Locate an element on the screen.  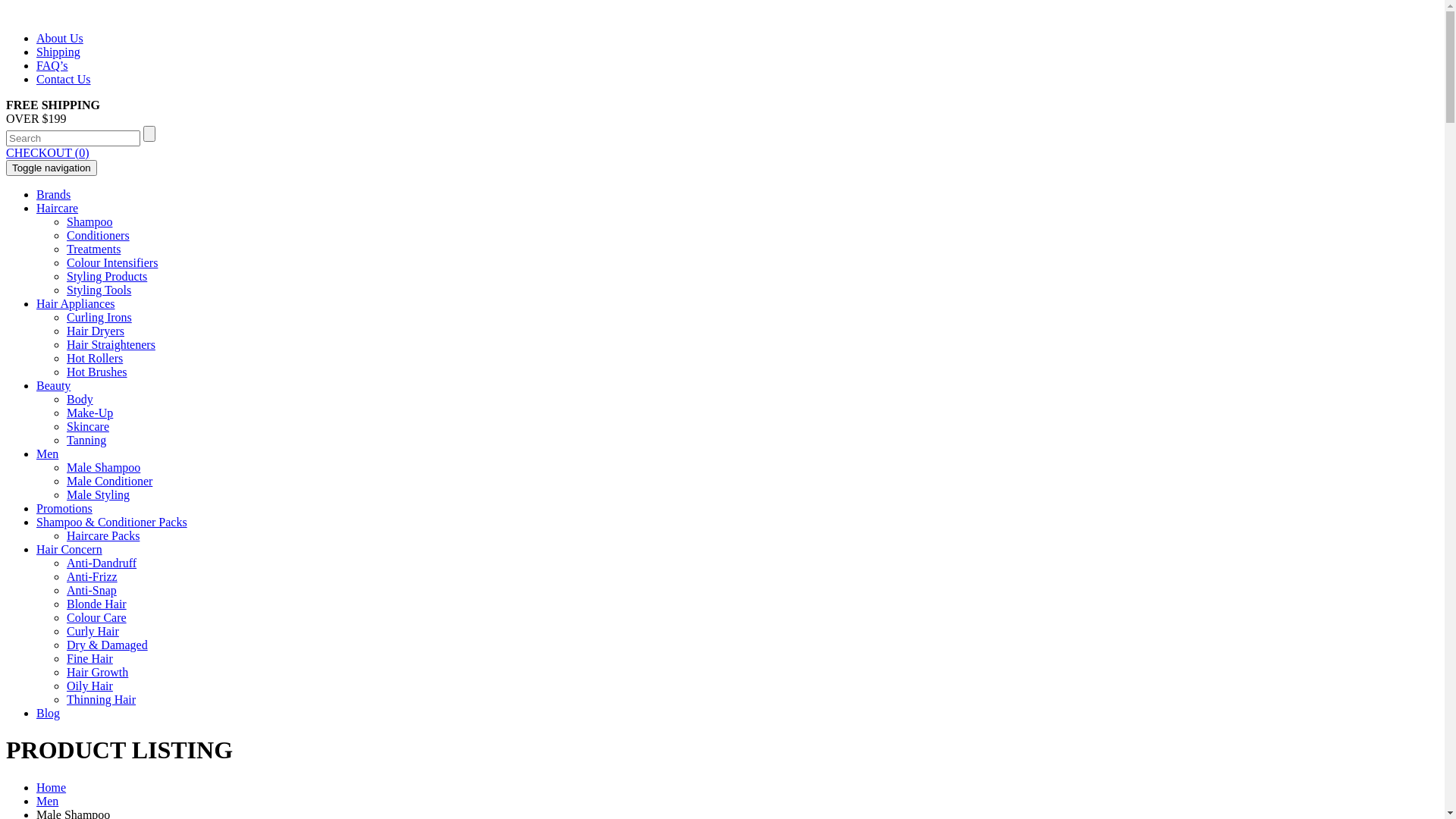
'Shipping' is located at coordinates (58, 51).